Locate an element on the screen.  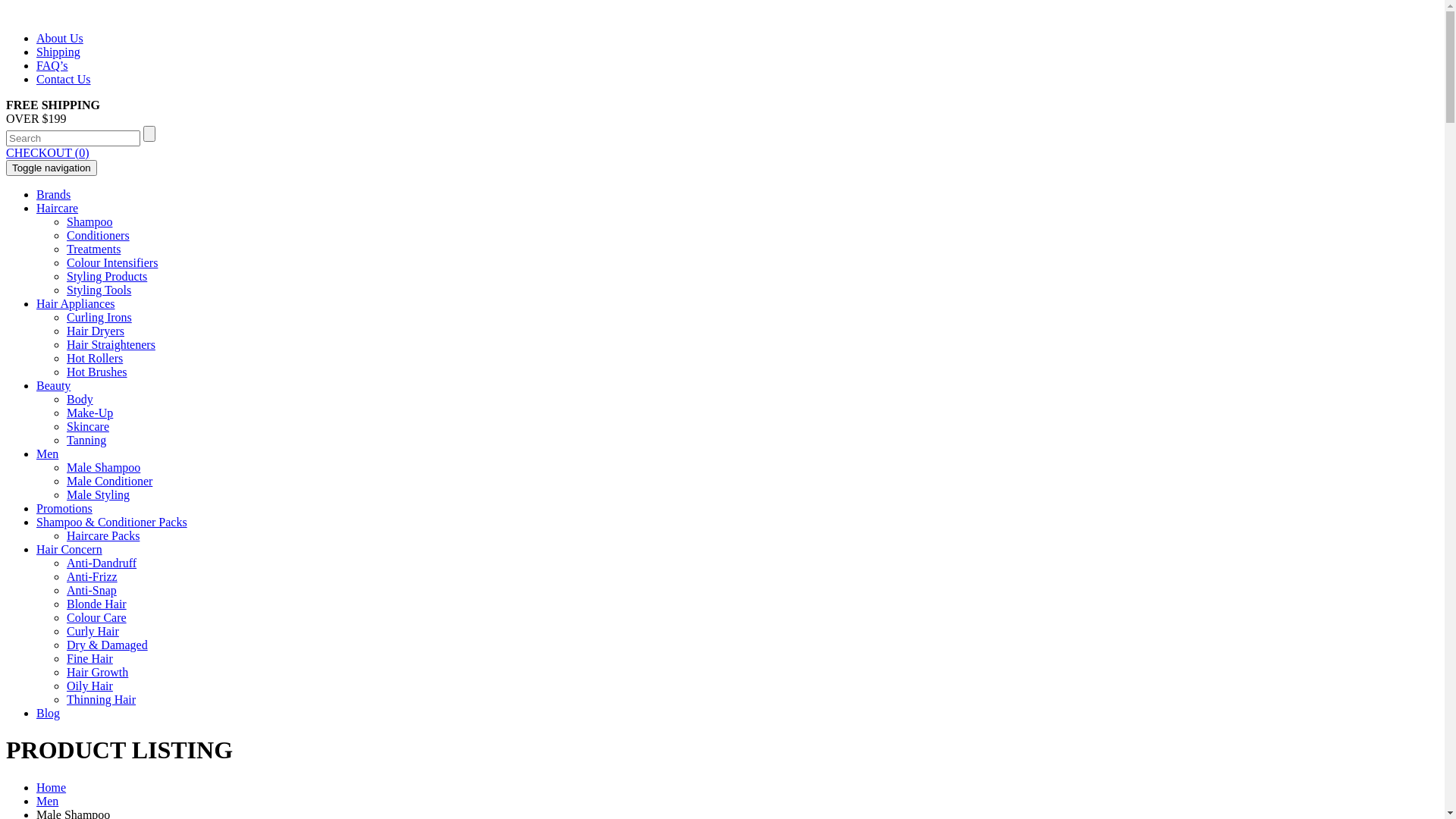
'Shipping' is located at coordinates (58, 51).